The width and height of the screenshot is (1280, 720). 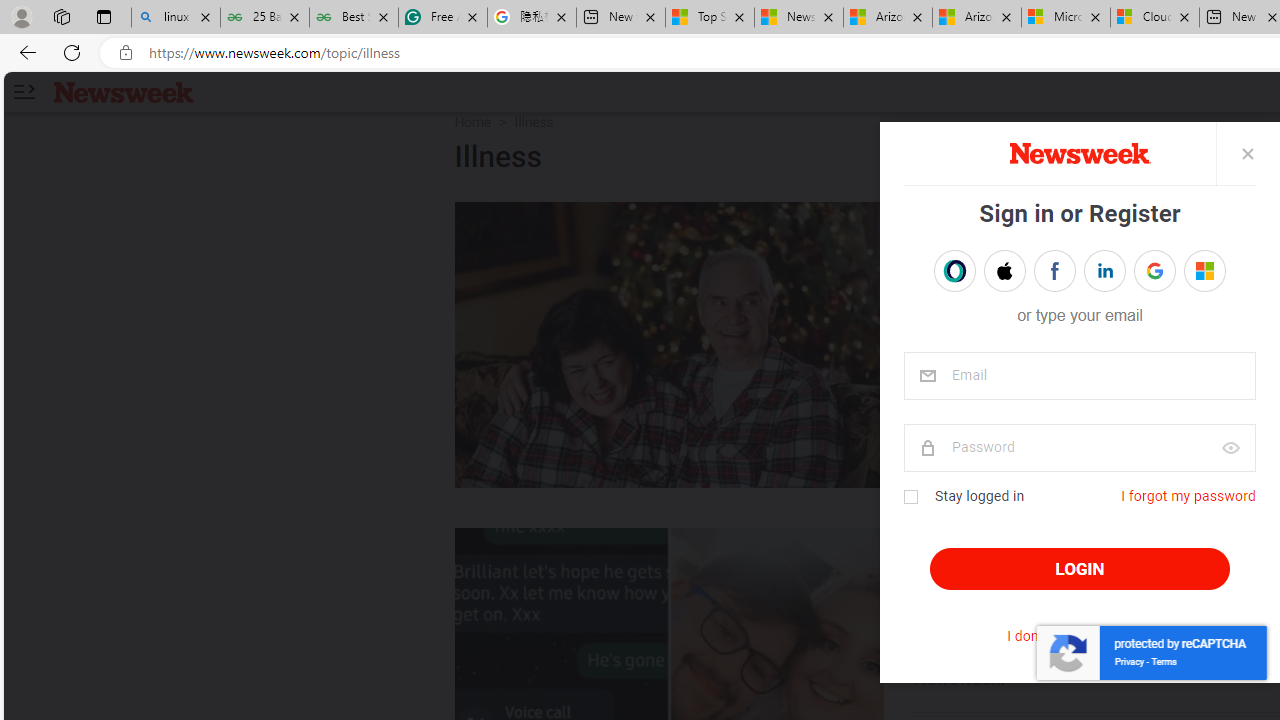 I want to click on 'Class: checkbox', so click(x=909, y=496).